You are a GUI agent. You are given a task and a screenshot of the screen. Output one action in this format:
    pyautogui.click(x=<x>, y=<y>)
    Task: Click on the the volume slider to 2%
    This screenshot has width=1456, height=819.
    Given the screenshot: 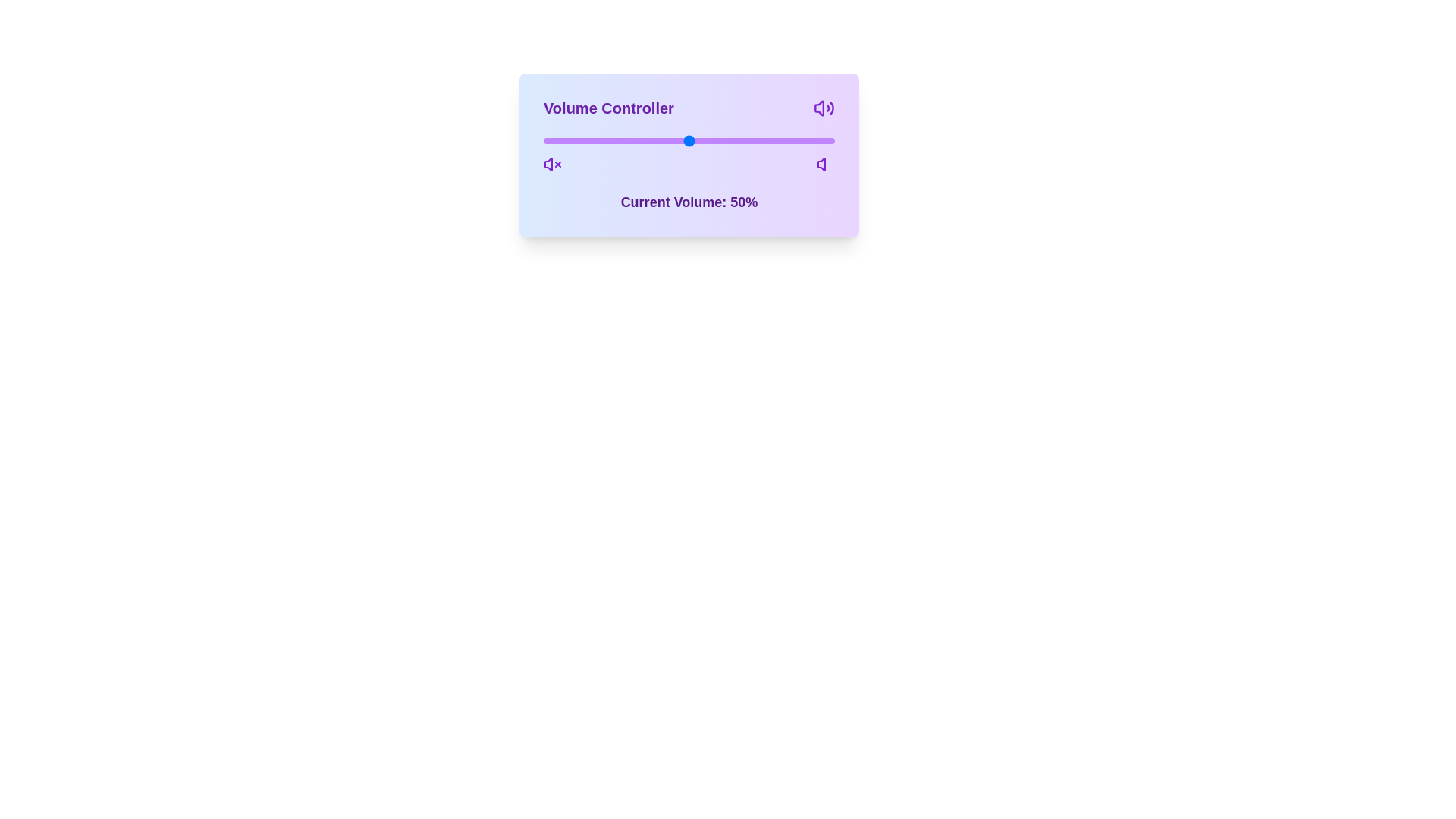 What is the action you would take?
    pyautogui.click(x=548, y=140)
    